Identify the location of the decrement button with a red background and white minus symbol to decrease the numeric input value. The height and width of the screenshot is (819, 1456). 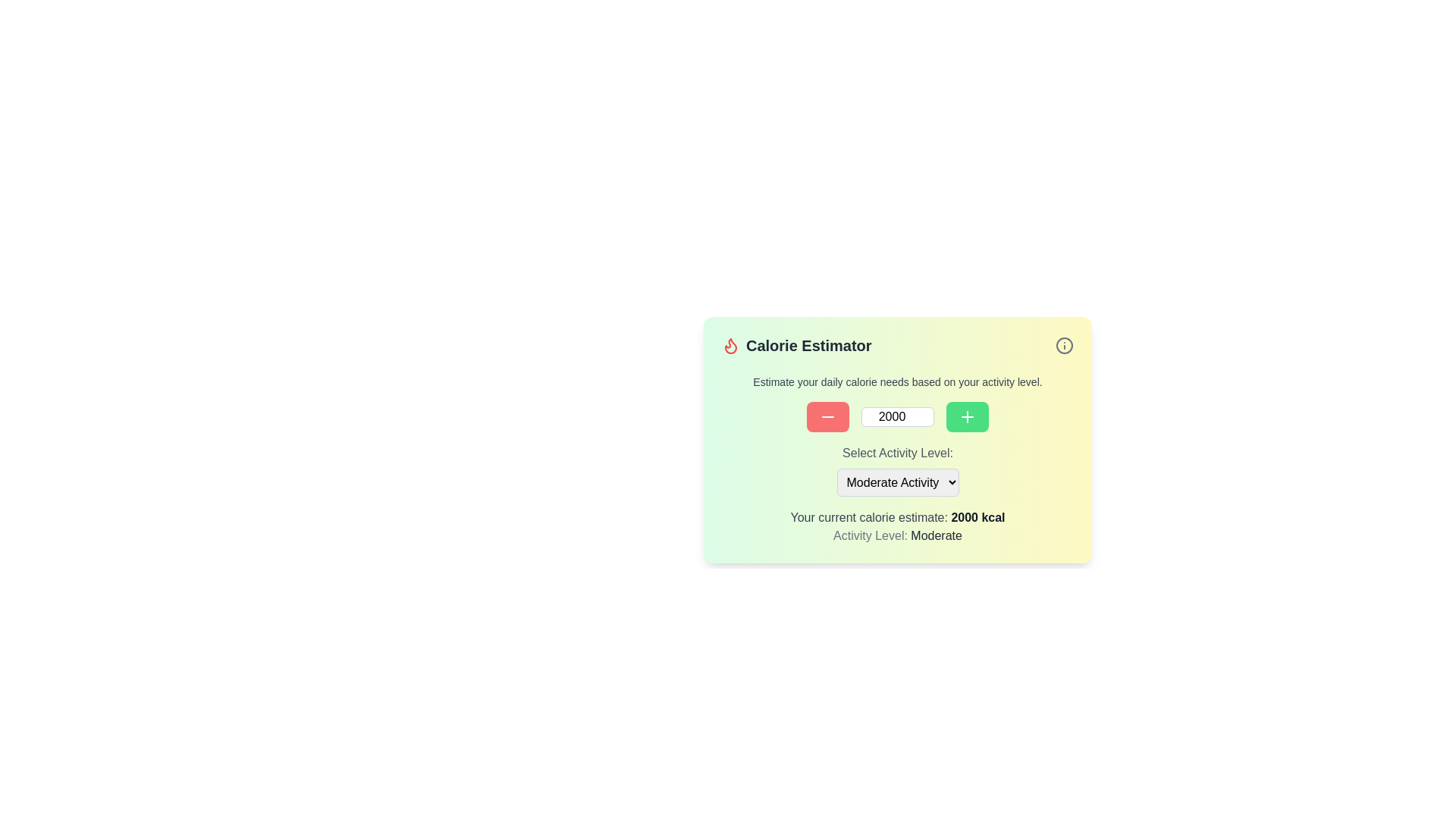
(827, 417).